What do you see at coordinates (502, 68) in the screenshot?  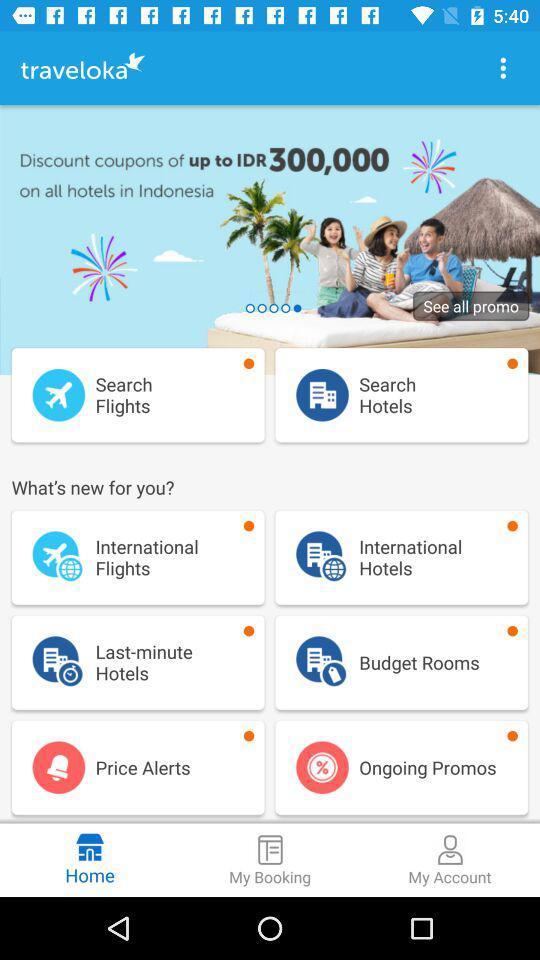 I see `menu` at bounding box center [502, 68].